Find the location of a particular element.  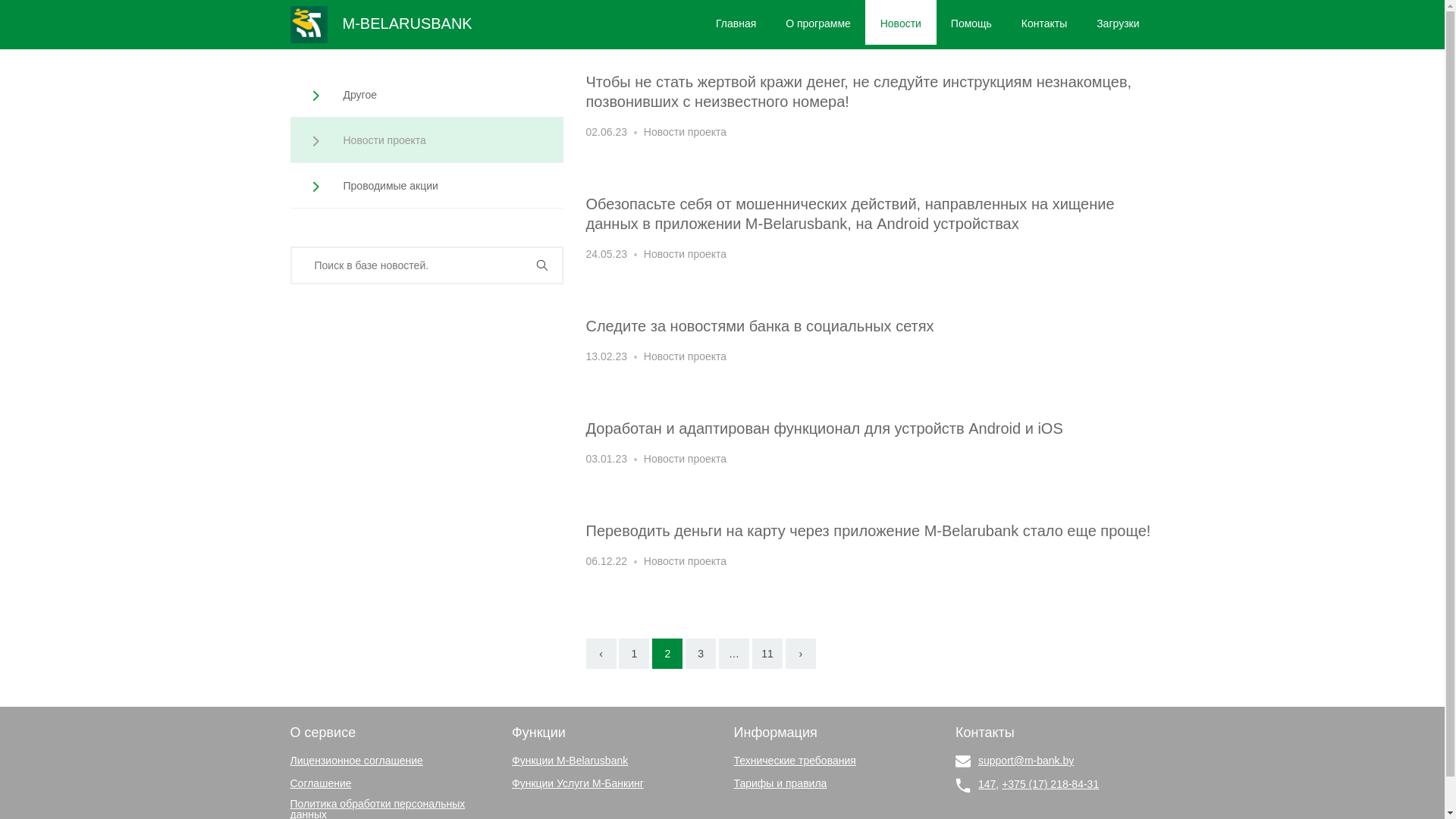

'M-BELARUSBANK' is located at coordinates (381, 23).